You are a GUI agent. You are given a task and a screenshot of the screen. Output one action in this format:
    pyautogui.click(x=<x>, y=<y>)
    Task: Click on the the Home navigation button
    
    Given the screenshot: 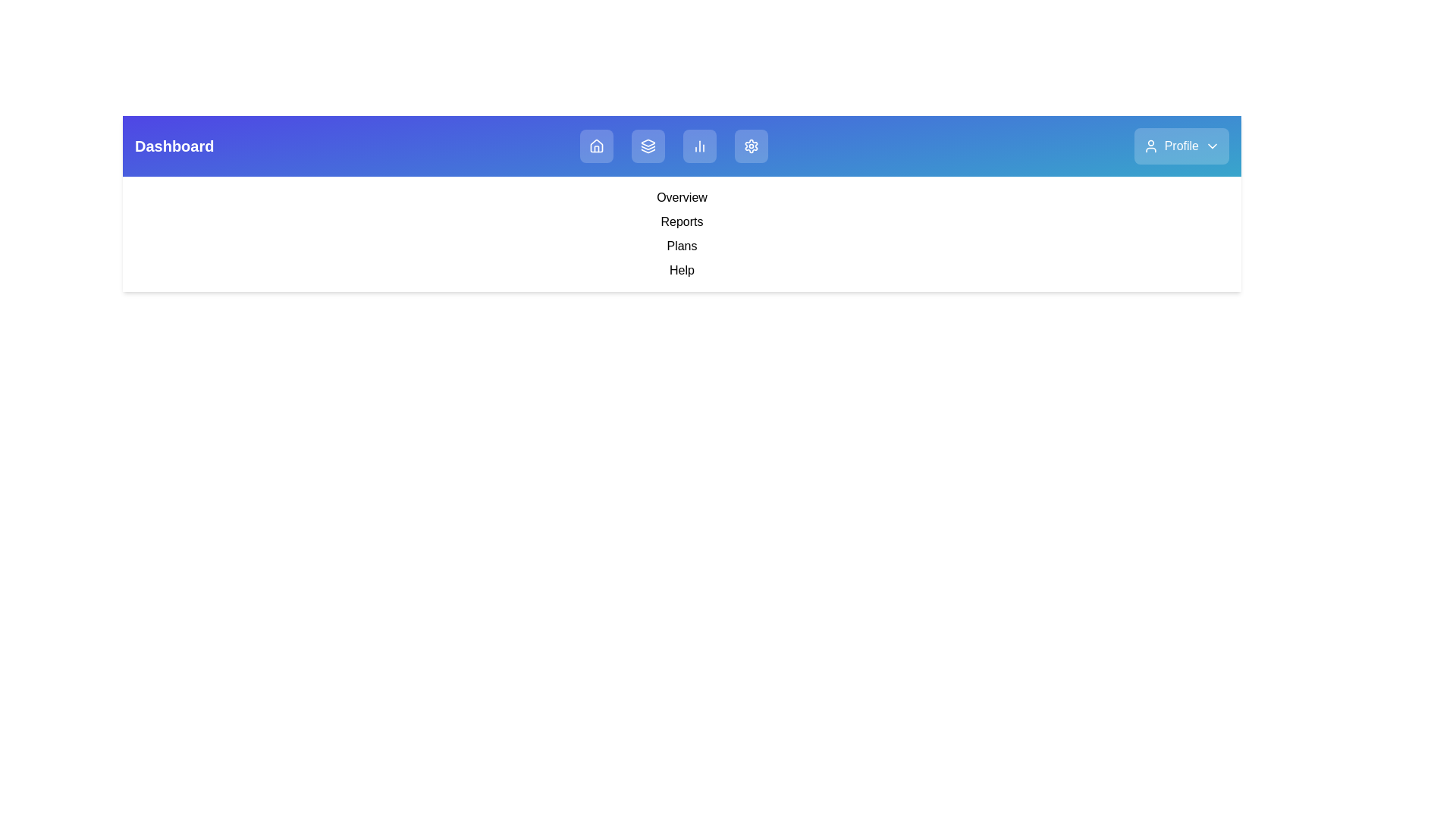 What is the action you would take?
    pyautogui.click(x=596, y=146)
    